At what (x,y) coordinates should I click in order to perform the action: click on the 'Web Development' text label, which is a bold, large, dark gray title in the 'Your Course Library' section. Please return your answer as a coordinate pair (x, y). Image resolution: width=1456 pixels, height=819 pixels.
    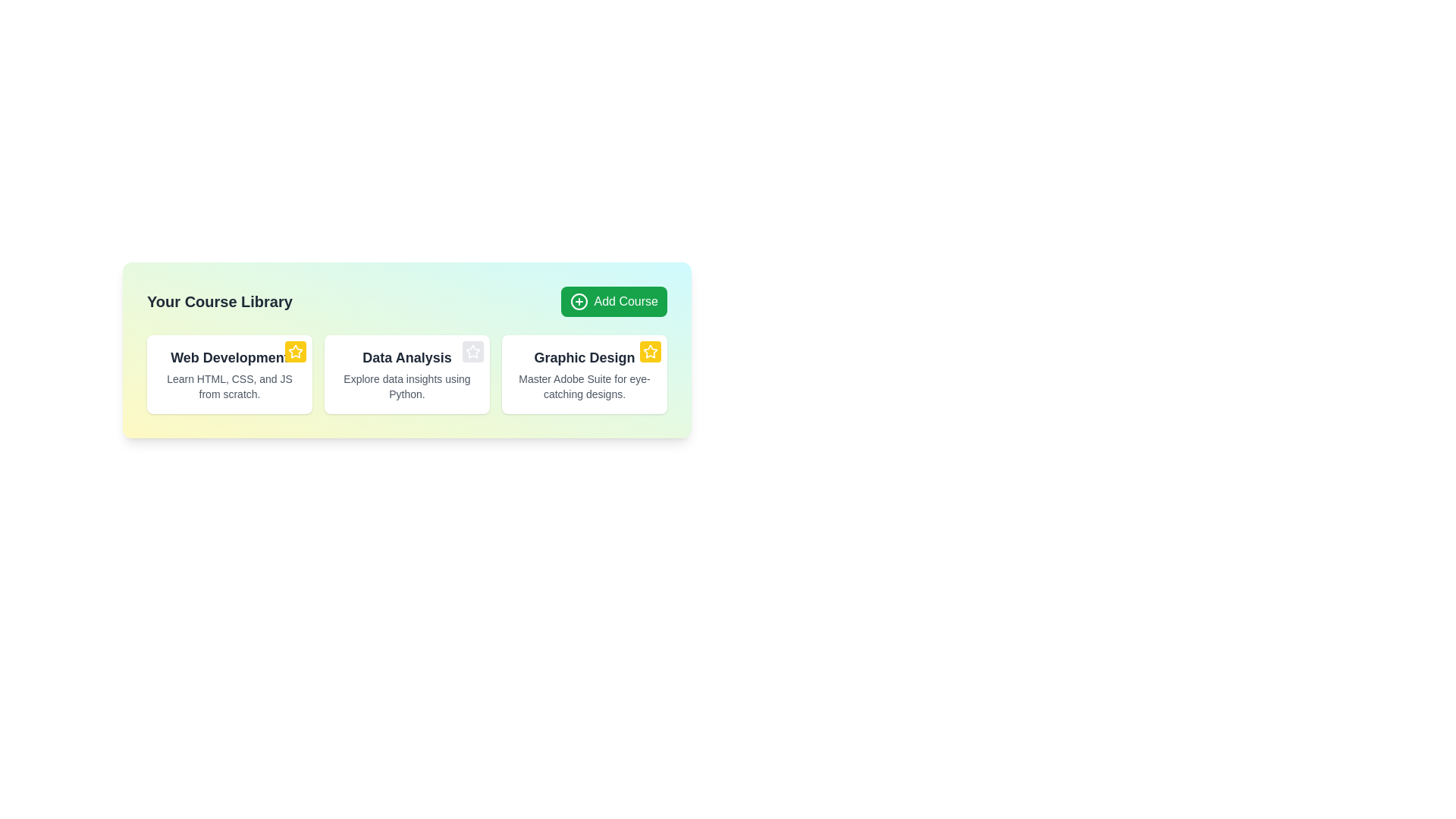
    Looking at the image, I should click on (228, 357).